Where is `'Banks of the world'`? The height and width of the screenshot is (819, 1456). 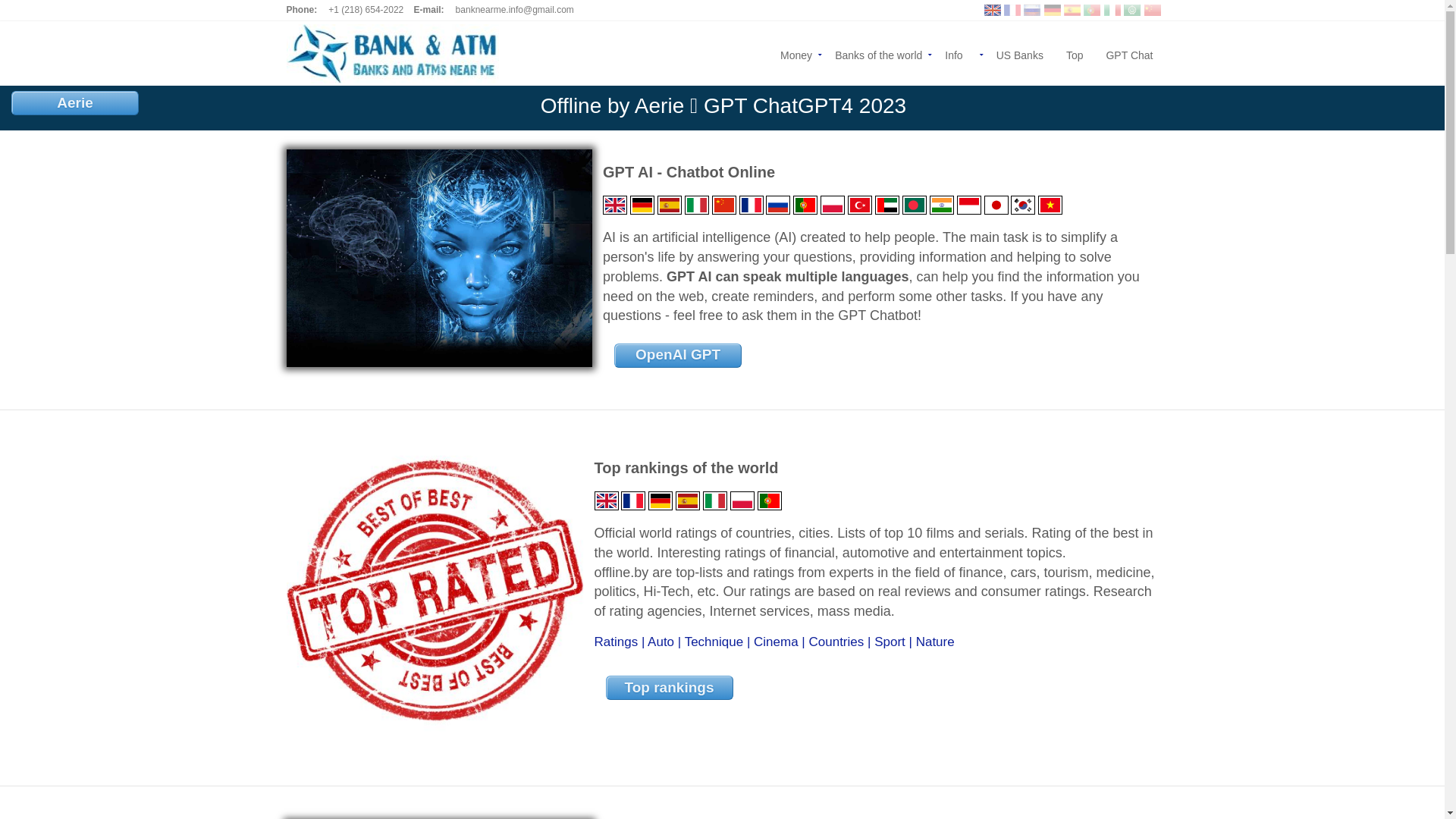
'Banks of the world' is located at coordinates (878, 52).